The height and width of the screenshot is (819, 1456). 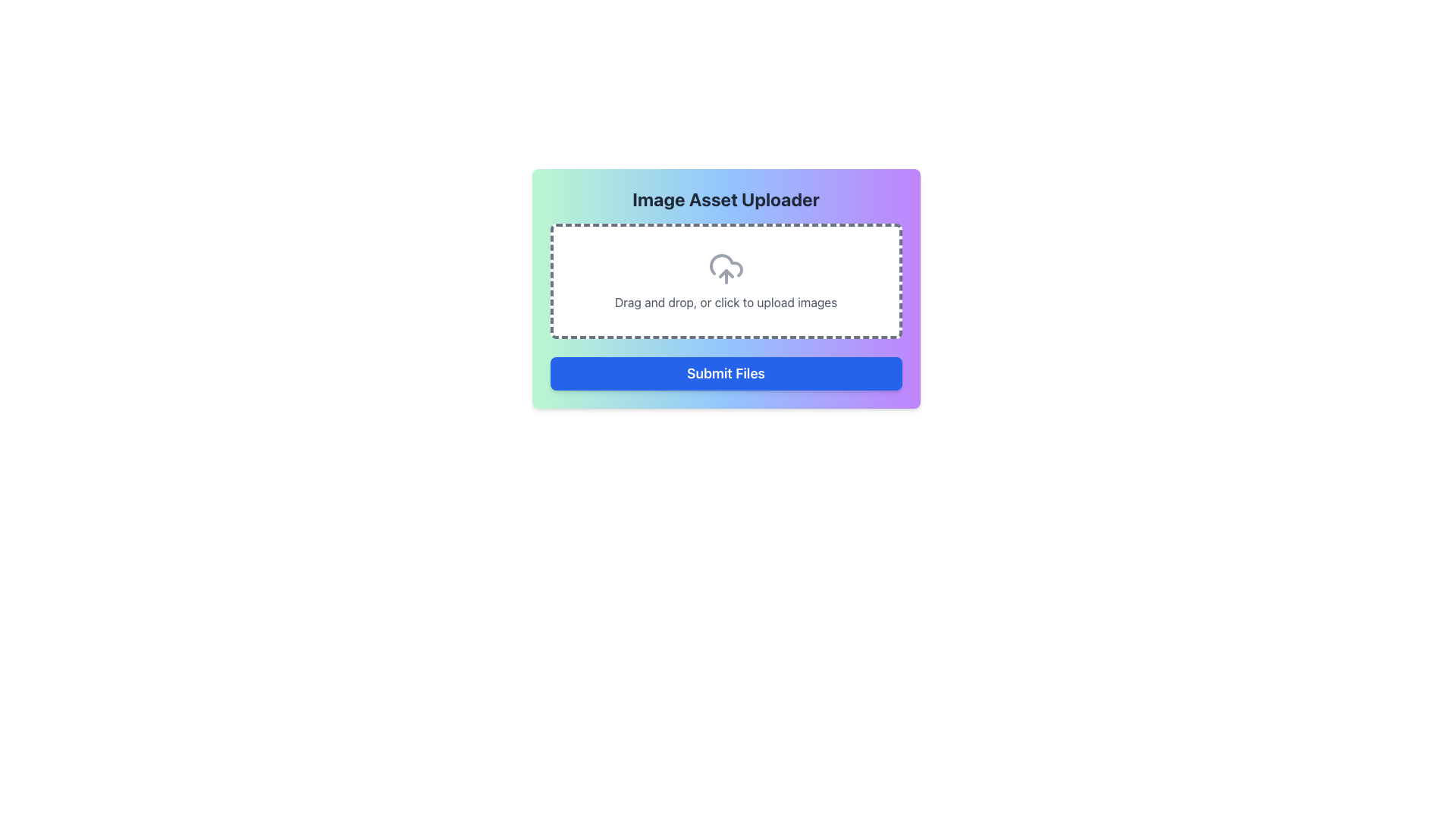 I want to click on the File Upload Box located below the title 'Image Asset Uploader', so click(x=725, y=281).